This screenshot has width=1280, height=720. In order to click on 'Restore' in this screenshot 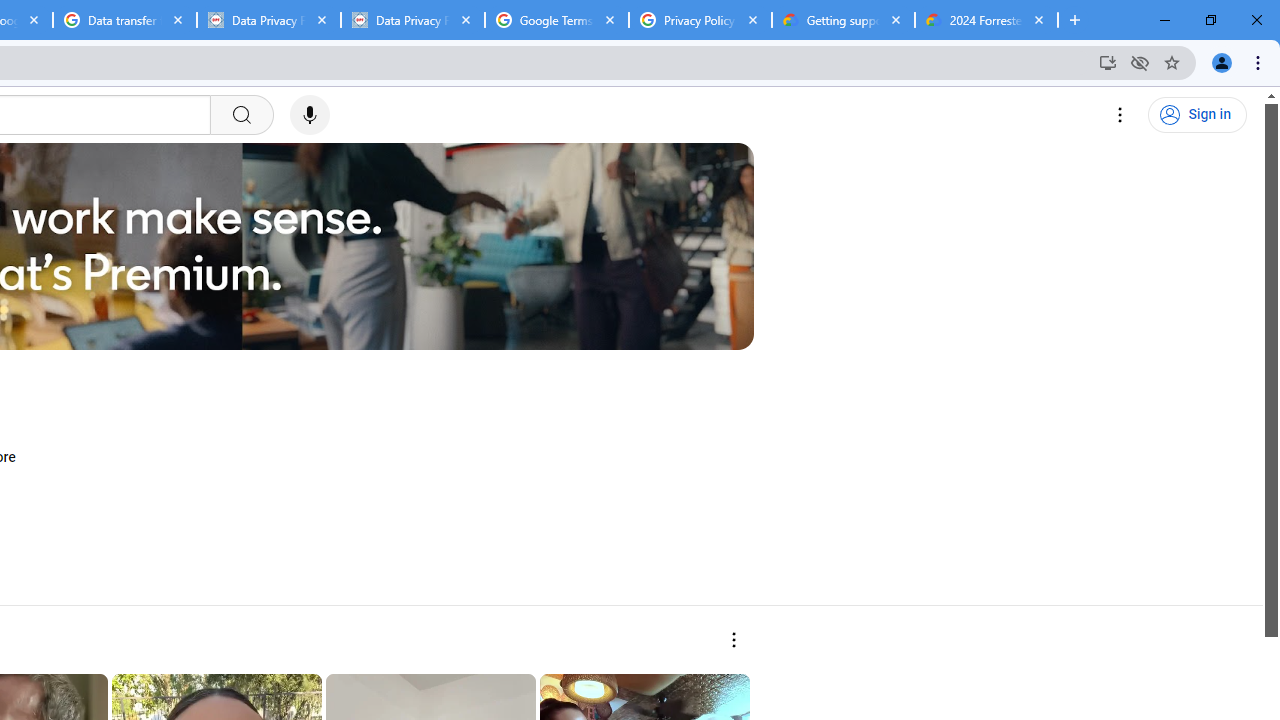, I will do `click(1209, 20)`.